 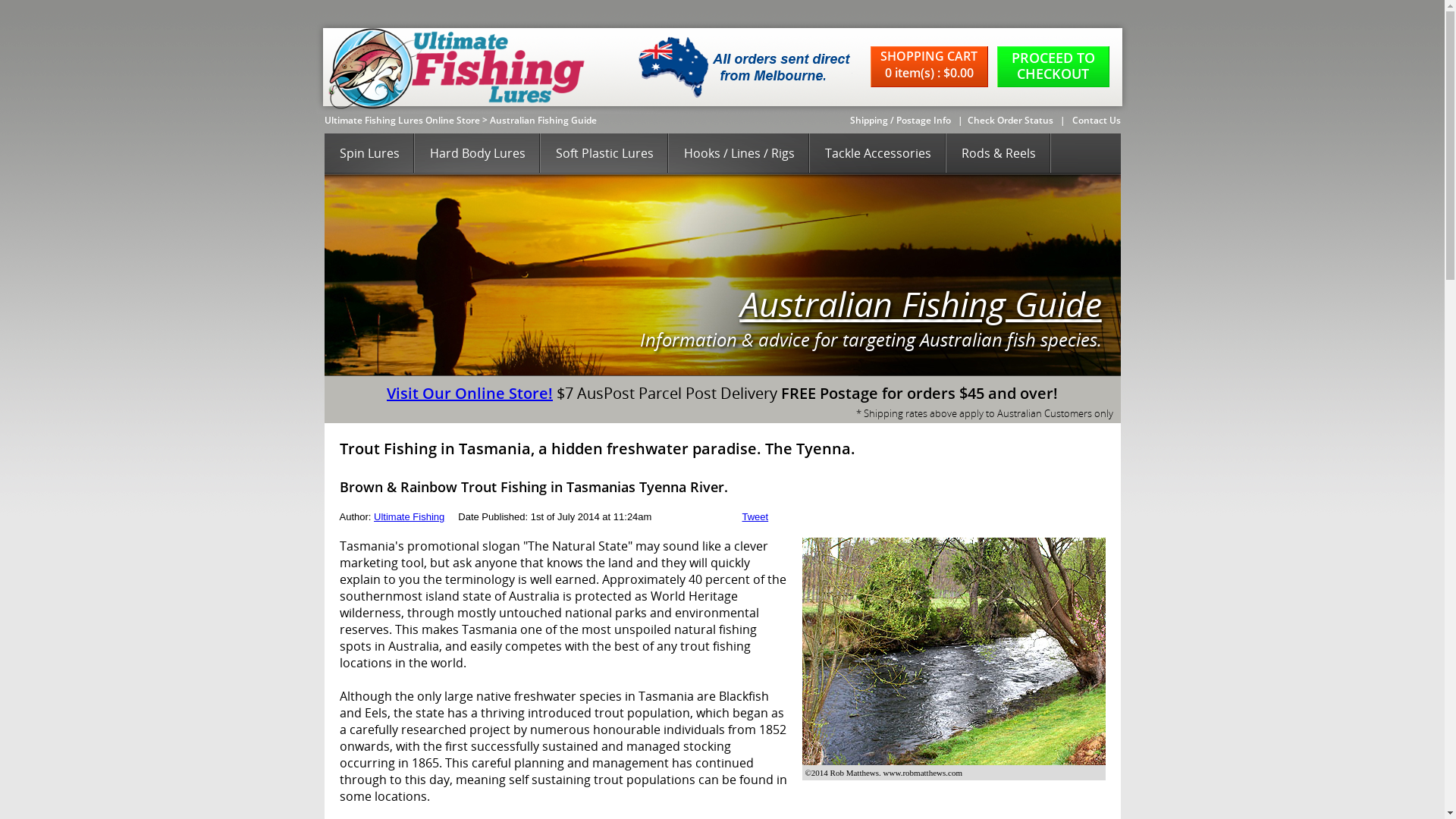 What do you see at coordinates (543, 119) in the screenshot?
I see `'Australian Fishing Guide'` at bounding box center [543, 119].